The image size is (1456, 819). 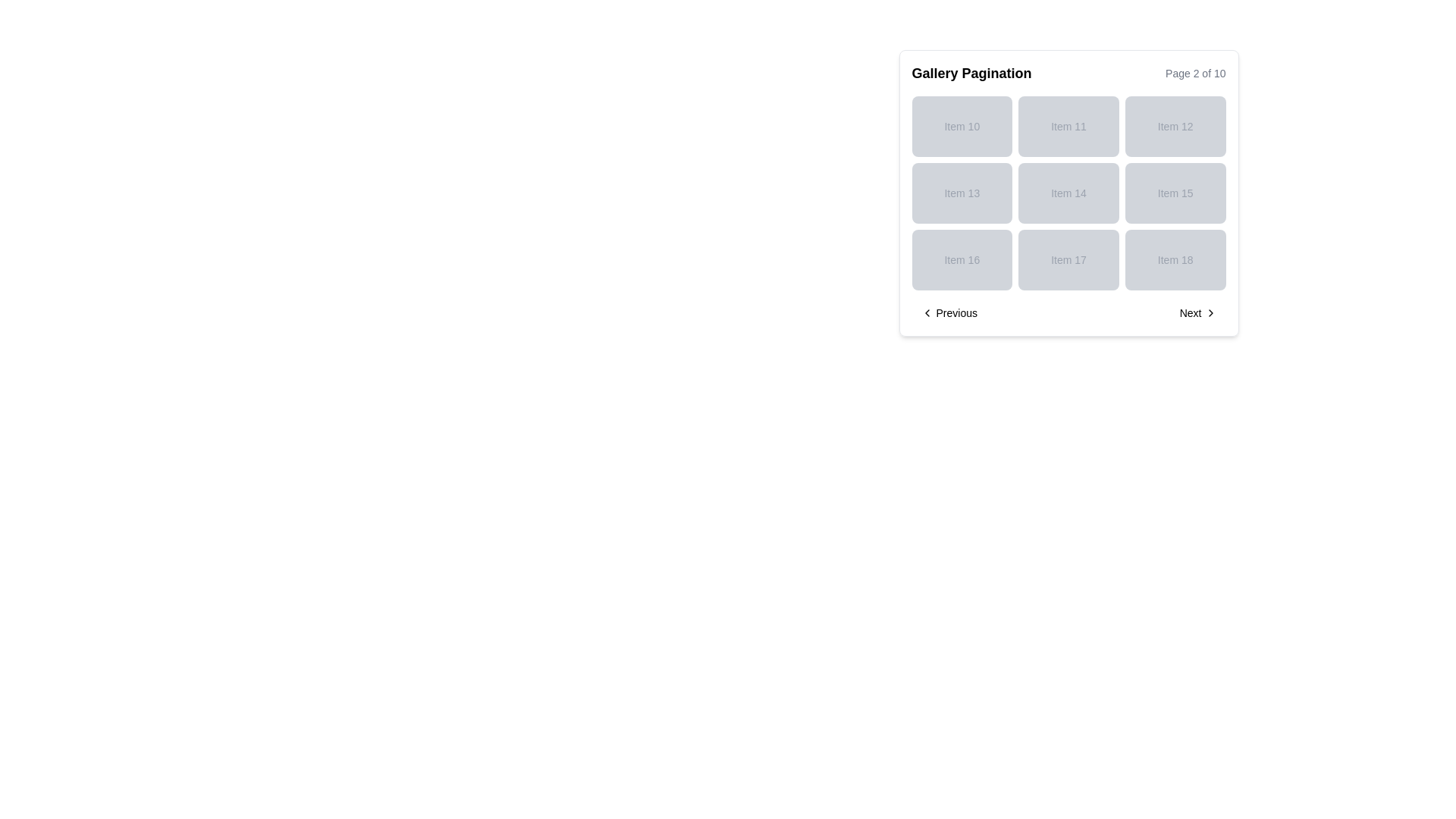 I want to click on the text label reading 'Gallery Pagination', which is styled in bold and positioned at the top-left of the section containing a grid layout, so click(x=971, y=73).